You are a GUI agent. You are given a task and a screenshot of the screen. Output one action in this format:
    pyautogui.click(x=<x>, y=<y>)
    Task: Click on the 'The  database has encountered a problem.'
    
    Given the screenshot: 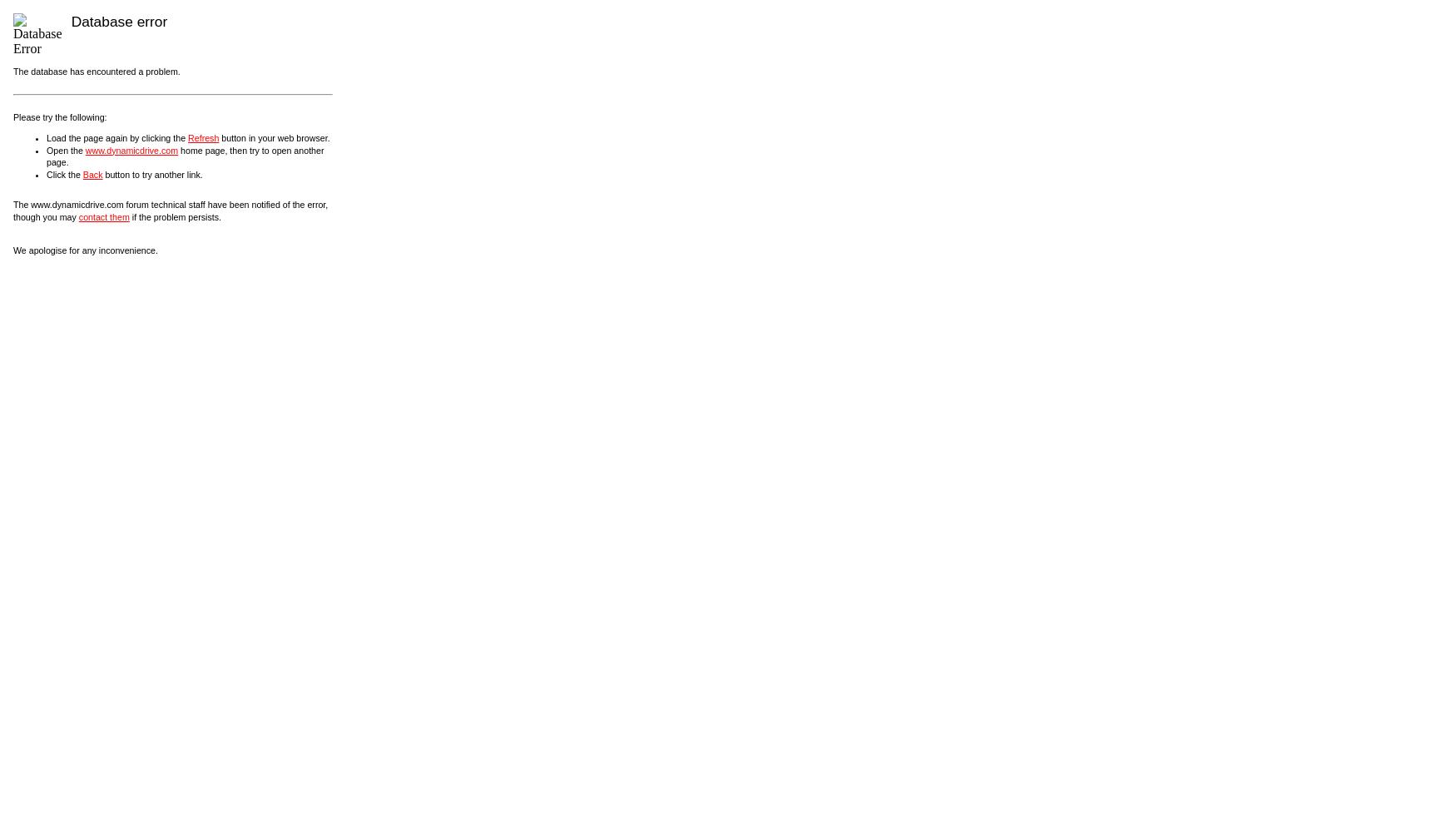 What is the action you would take?
    pyautogui.click(x=97, y=71)
    